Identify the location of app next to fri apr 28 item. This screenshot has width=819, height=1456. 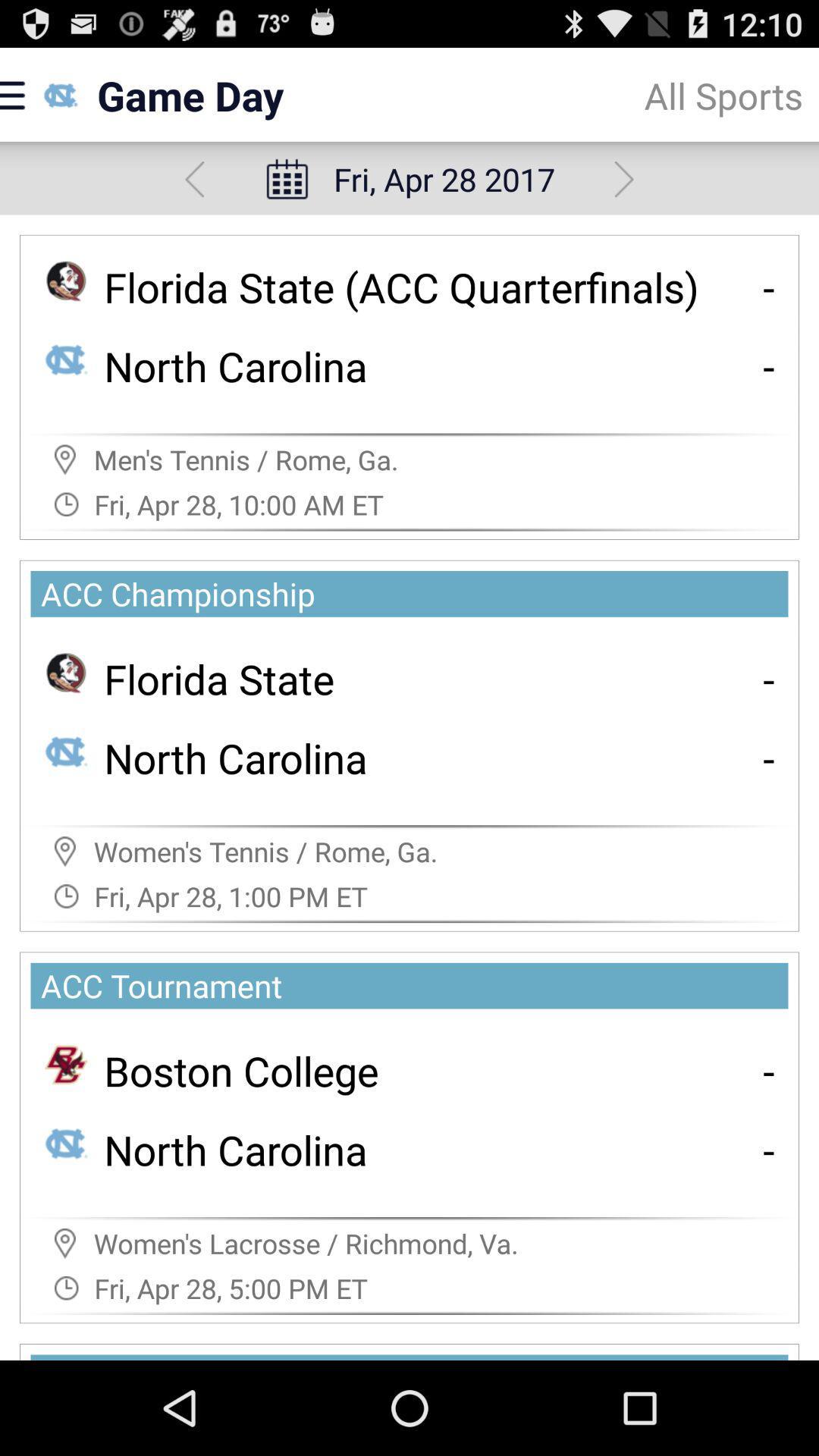
(624, 179).